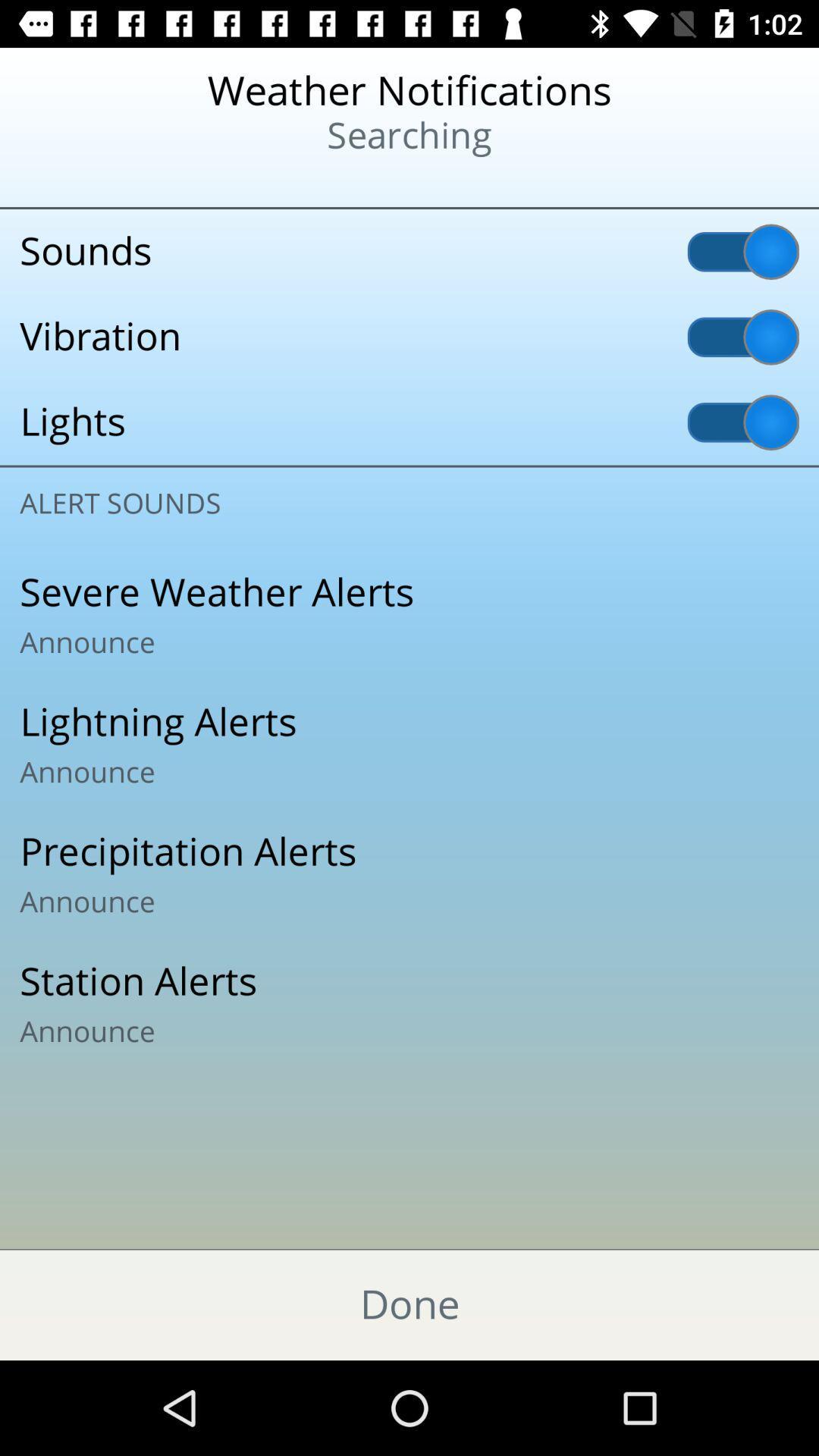 The image size is (819, 1456). I want to click on item below the alert sounds, so click(409, 615).